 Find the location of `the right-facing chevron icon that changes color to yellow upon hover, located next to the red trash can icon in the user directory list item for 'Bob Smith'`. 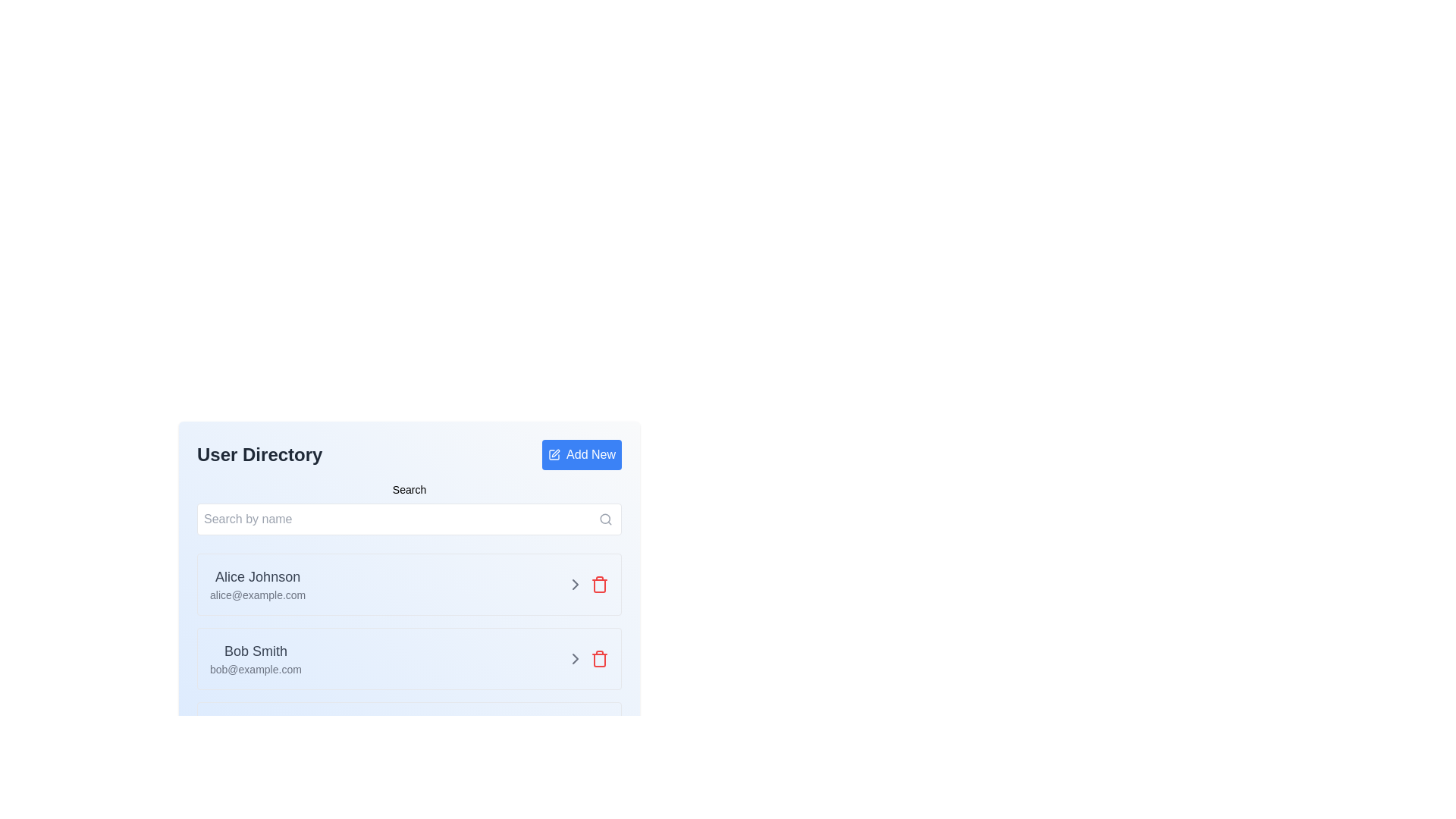

the right-facing chevron icon that changes color to yellow upon hover, located next to the red trash can icon in the user directory list item for 'Bob Smith' is located at coordinates (574, 657).